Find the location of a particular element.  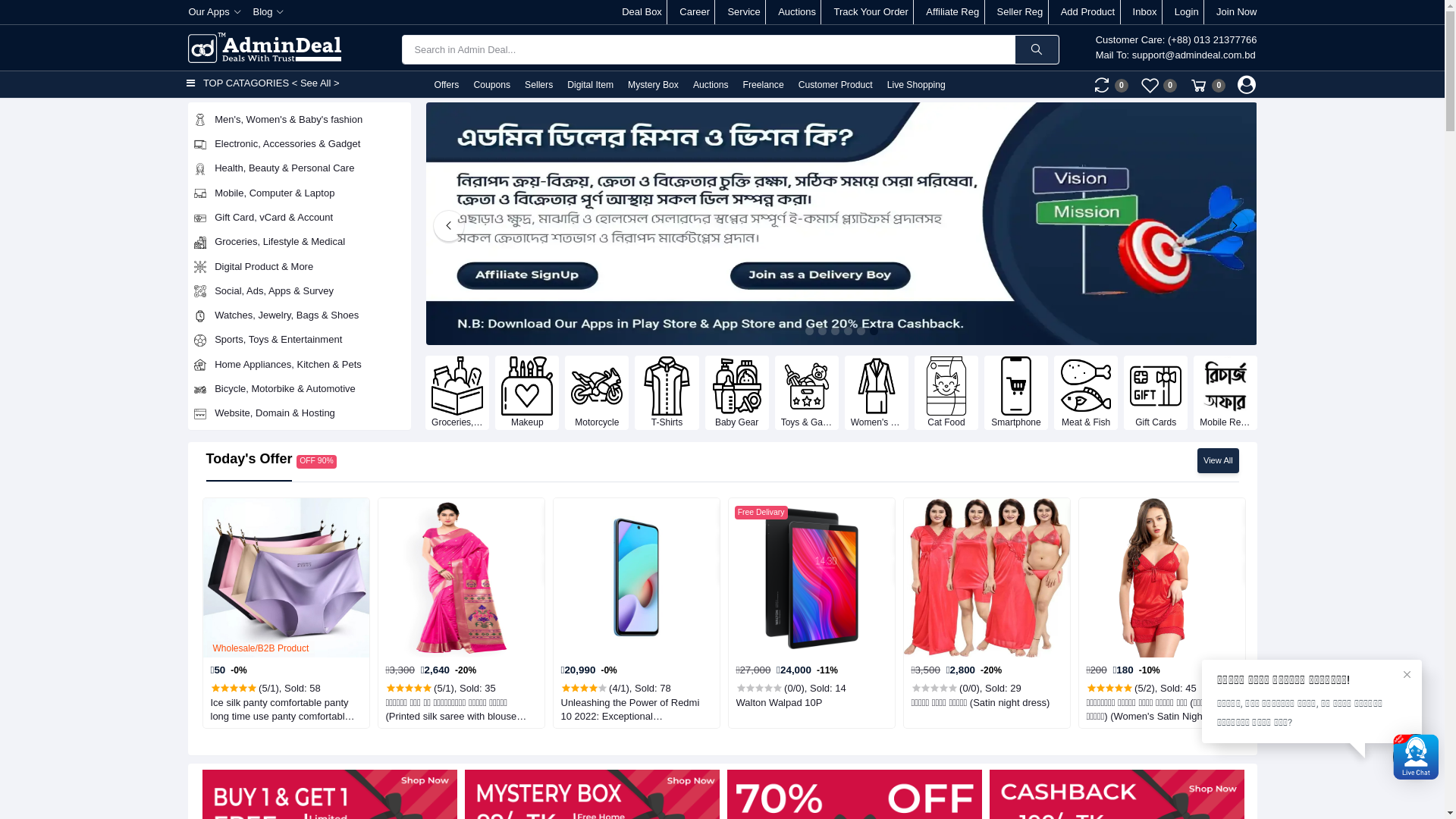

'Coupons' is located at coordinates (491, 84).